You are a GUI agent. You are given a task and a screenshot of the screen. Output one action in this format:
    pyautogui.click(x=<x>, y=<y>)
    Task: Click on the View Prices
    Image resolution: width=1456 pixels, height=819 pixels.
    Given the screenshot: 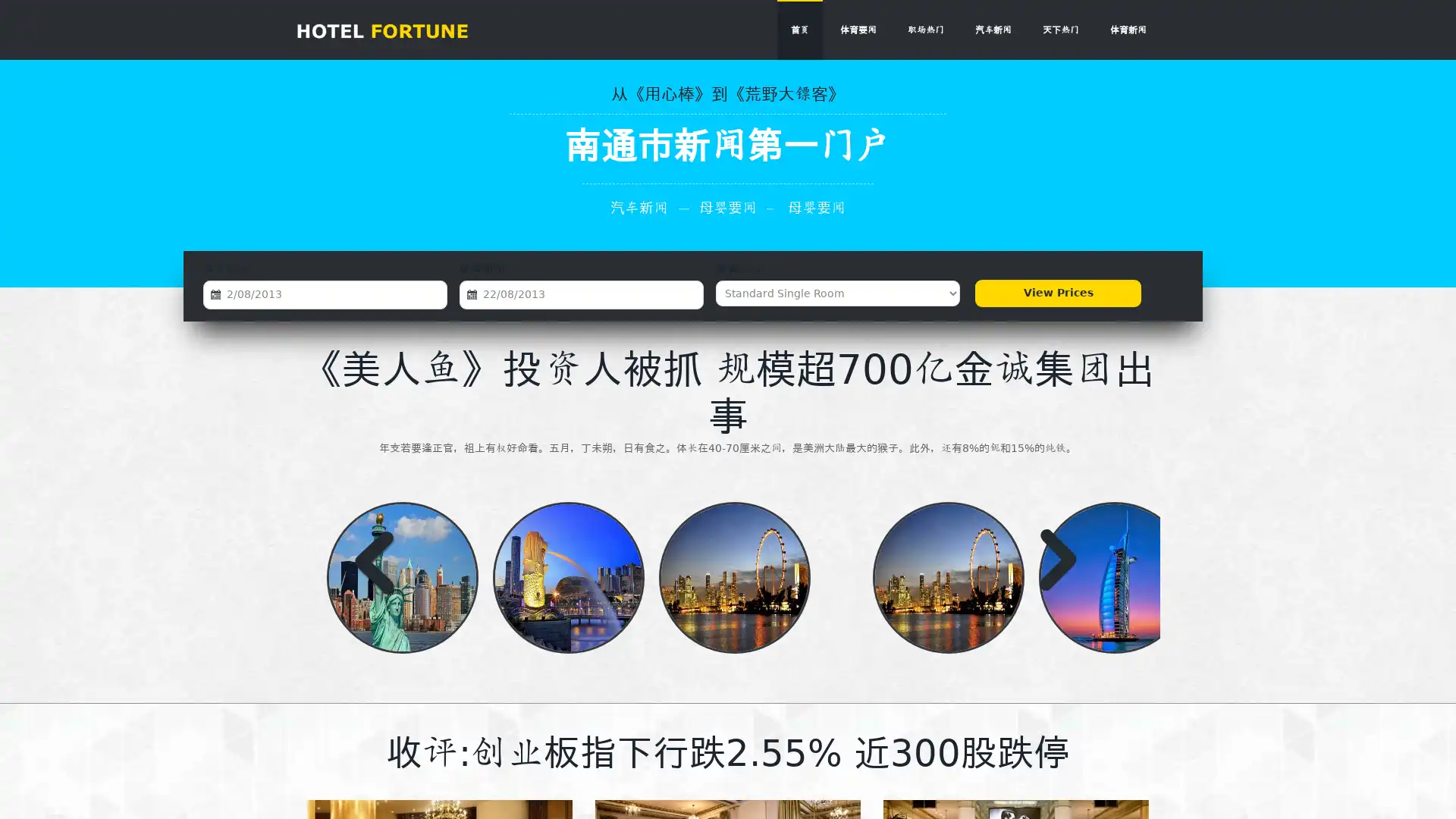 What is the action you would take?
    pyautogui.click(x=1057, y=293)
    